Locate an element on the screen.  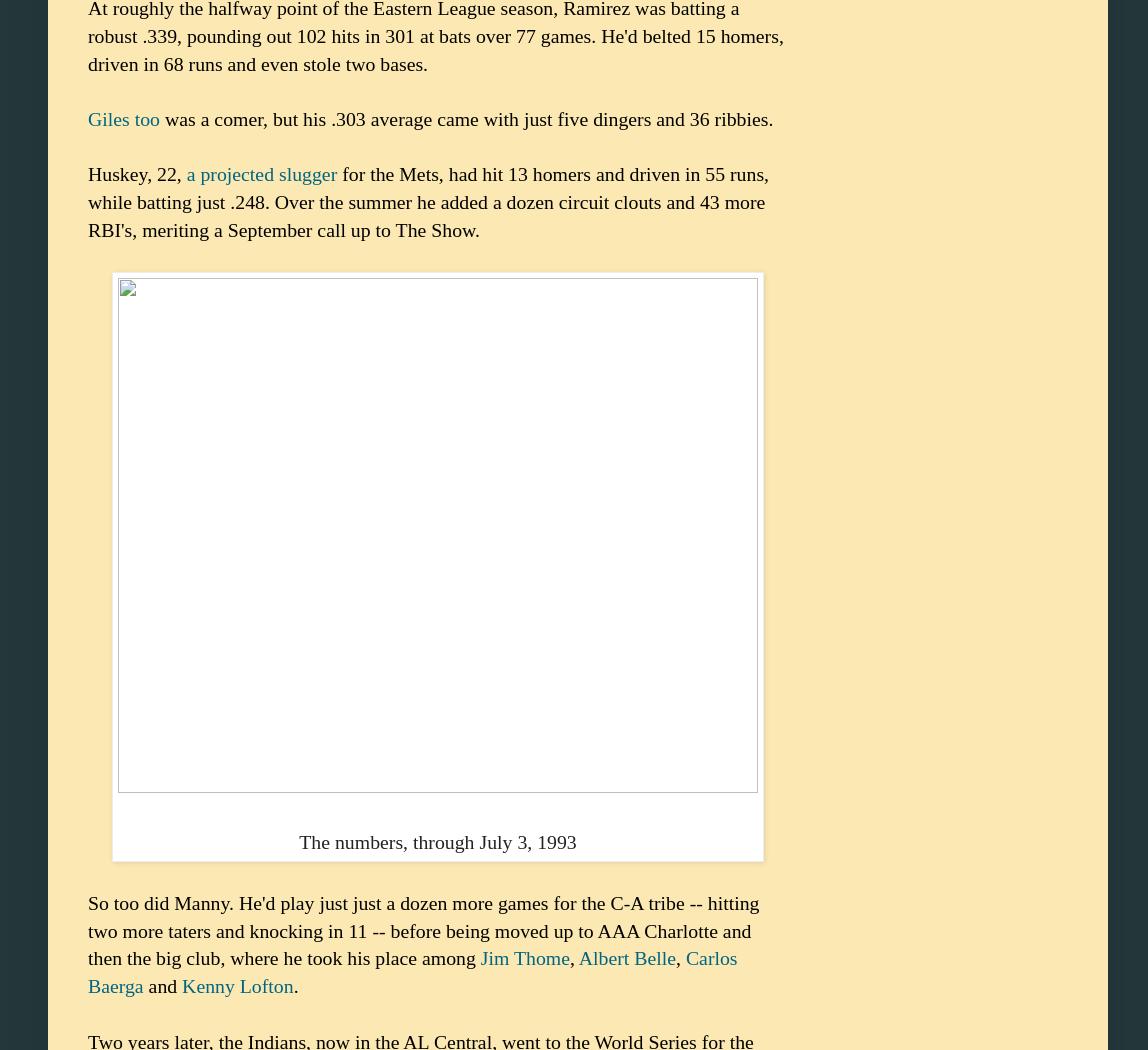
'was a comer, but his .303 average came with just five dingers and 36 ribbies.' is located at coordinates (465, 117).